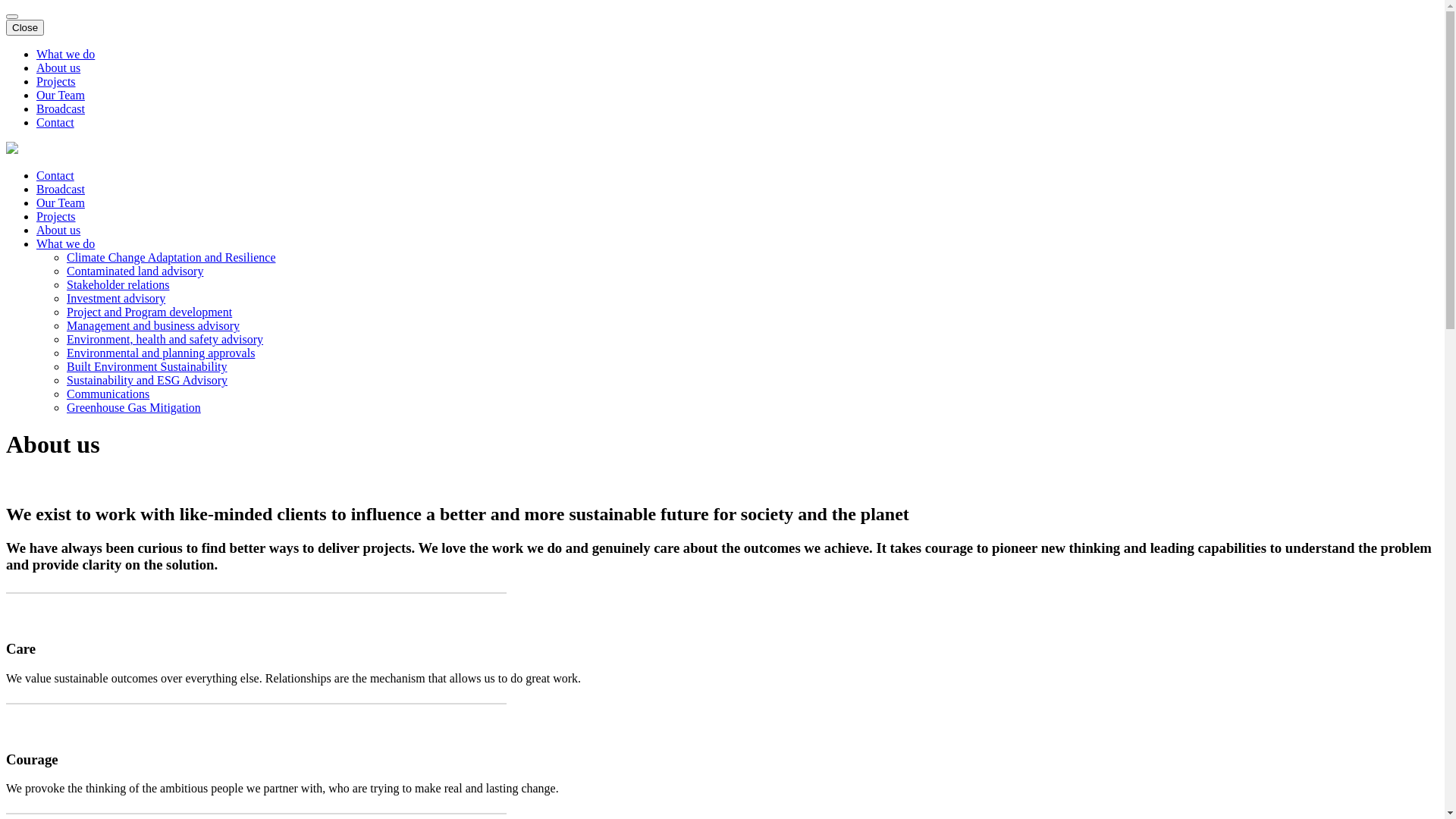 The image size is (1456, 819). Describe the element at coordinates (165, 338) in the screenshot. I see `'Environment, health and safety advisory'` at that location.